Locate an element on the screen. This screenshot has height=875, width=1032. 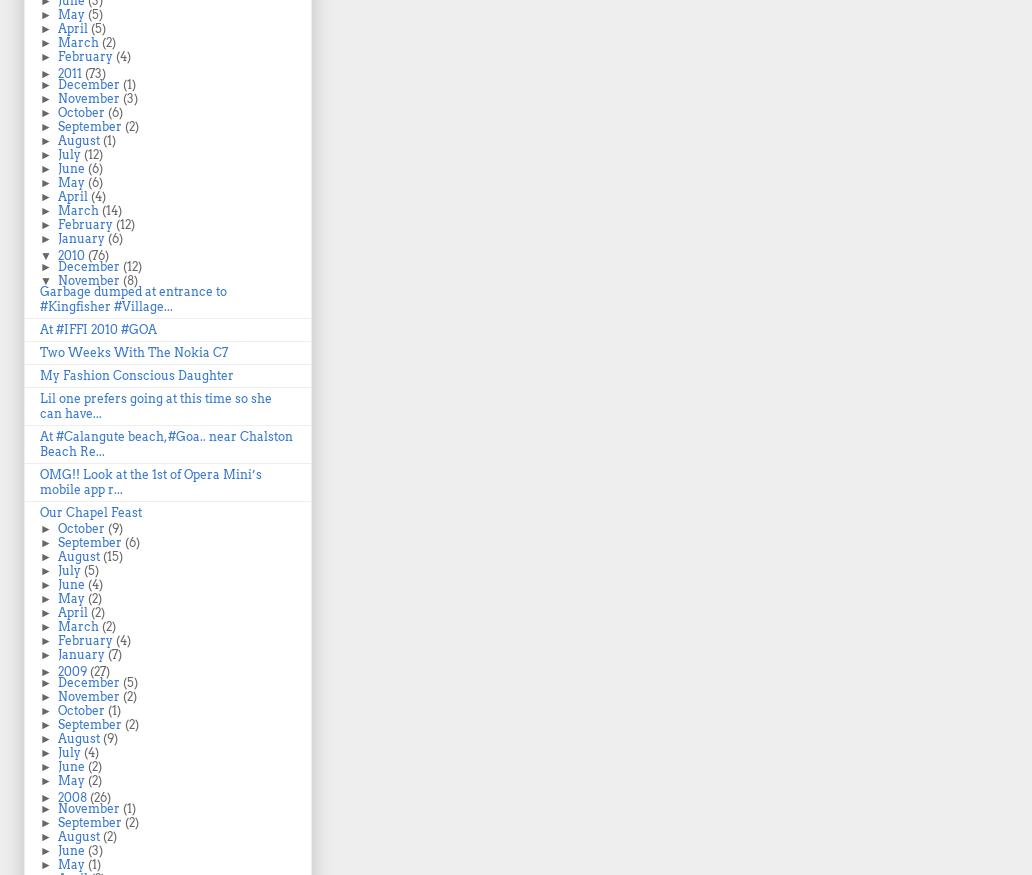
'(14)' is located at coordinates (101, 210).